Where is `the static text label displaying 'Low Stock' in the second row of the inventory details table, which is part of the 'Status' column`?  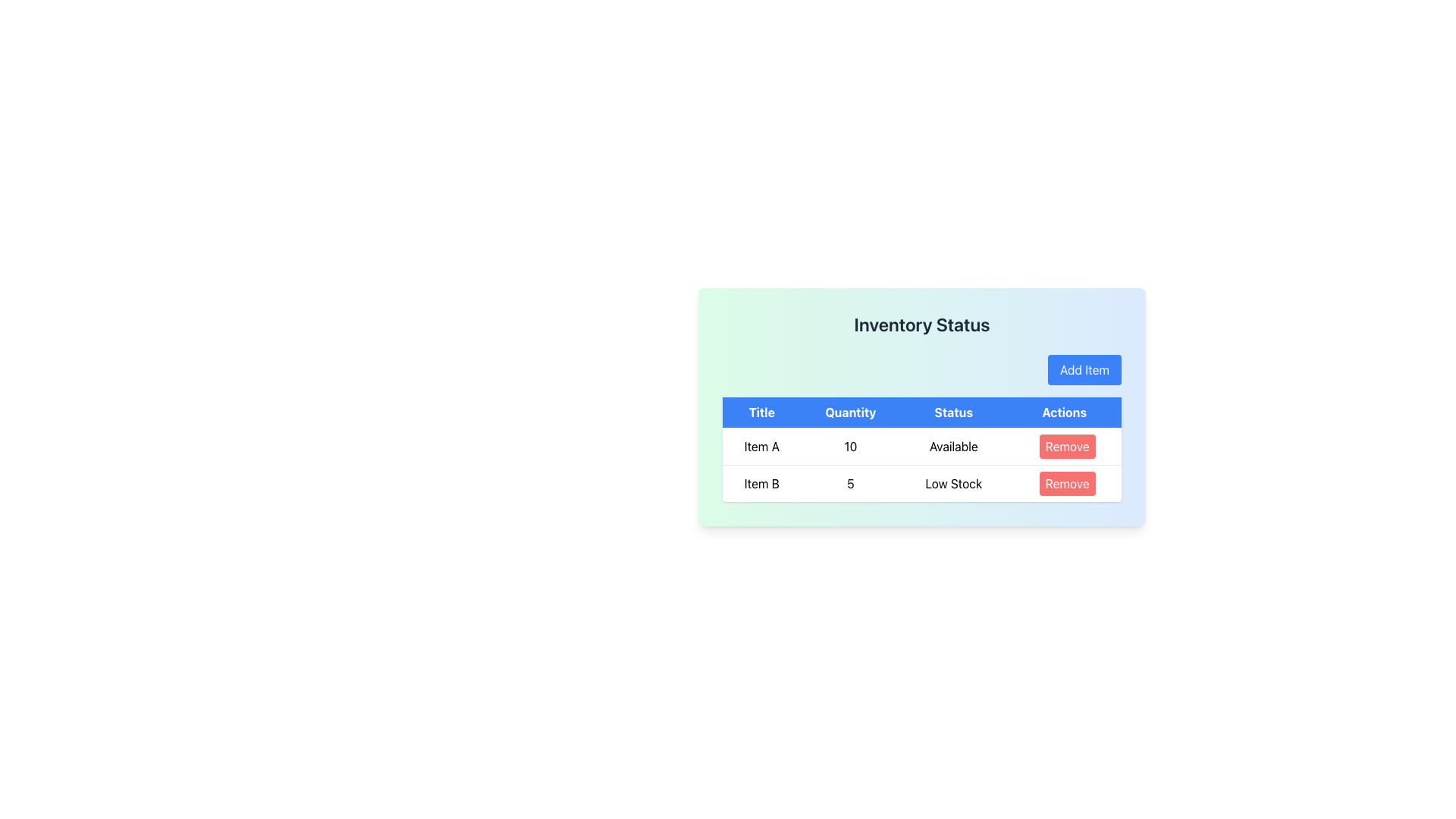 the static text label displaying 'Low Stock' in the second row of the inventory details table, which is part of the 'Status' column is located at coordinates (952, 483).